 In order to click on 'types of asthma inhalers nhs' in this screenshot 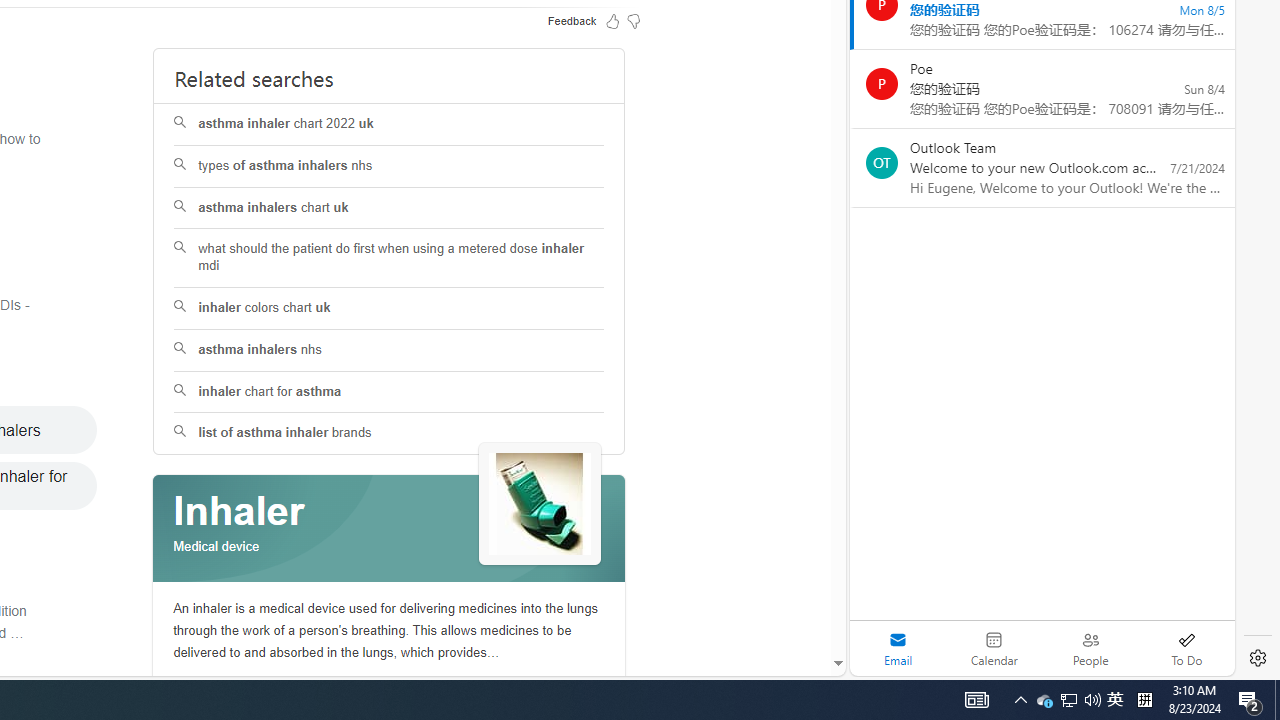, I will do `click(389, 164)`.